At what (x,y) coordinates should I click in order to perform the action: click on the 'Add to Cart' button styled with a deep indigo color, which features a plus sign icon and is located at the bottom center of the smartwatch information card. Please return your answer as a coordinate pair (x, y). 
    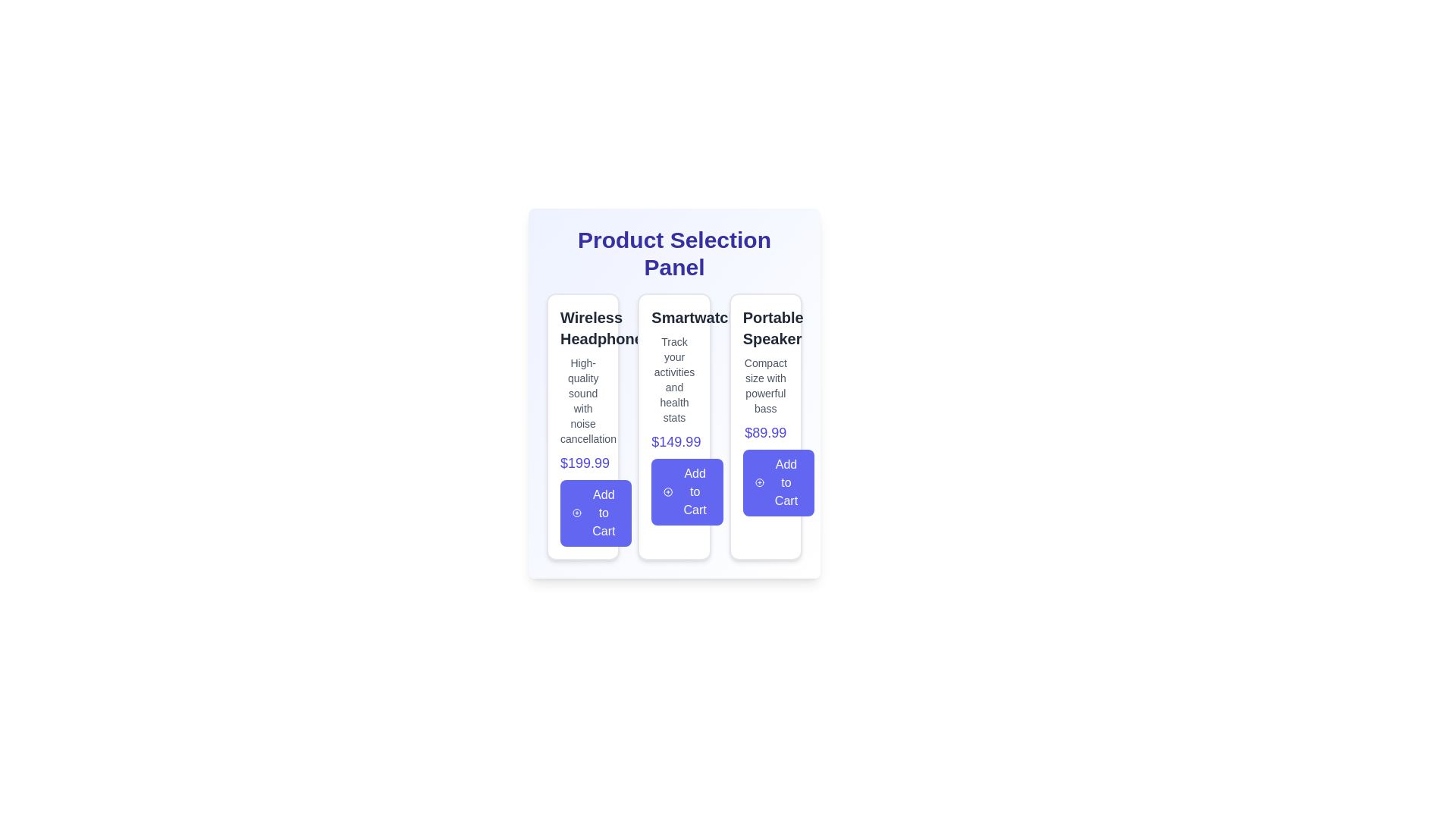
    Looking at the image, I should click on (686, 491).